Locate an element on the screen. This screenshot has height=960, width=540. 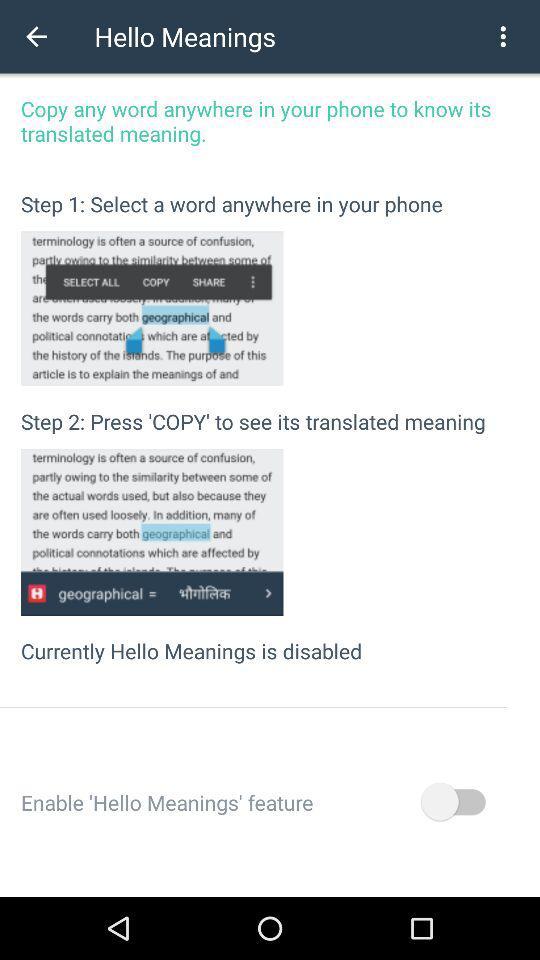
icon at the top right corner is located at coordinates (502, 35).